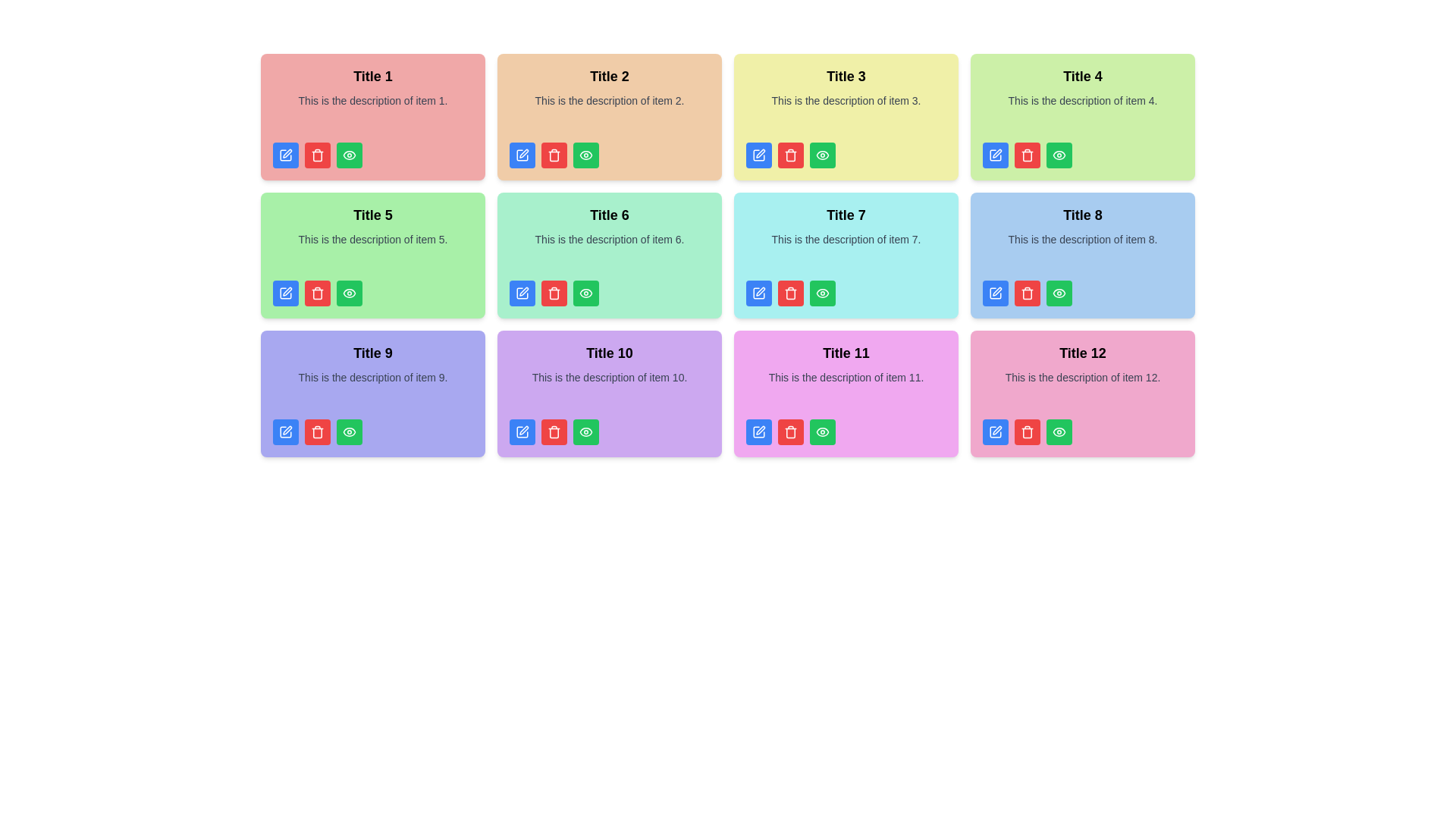 The image size is (1456, 819). I want to click on the outer oval shape of the eye icon, which is located within the light orange card labeled 'Title 2', so click(585, 155).